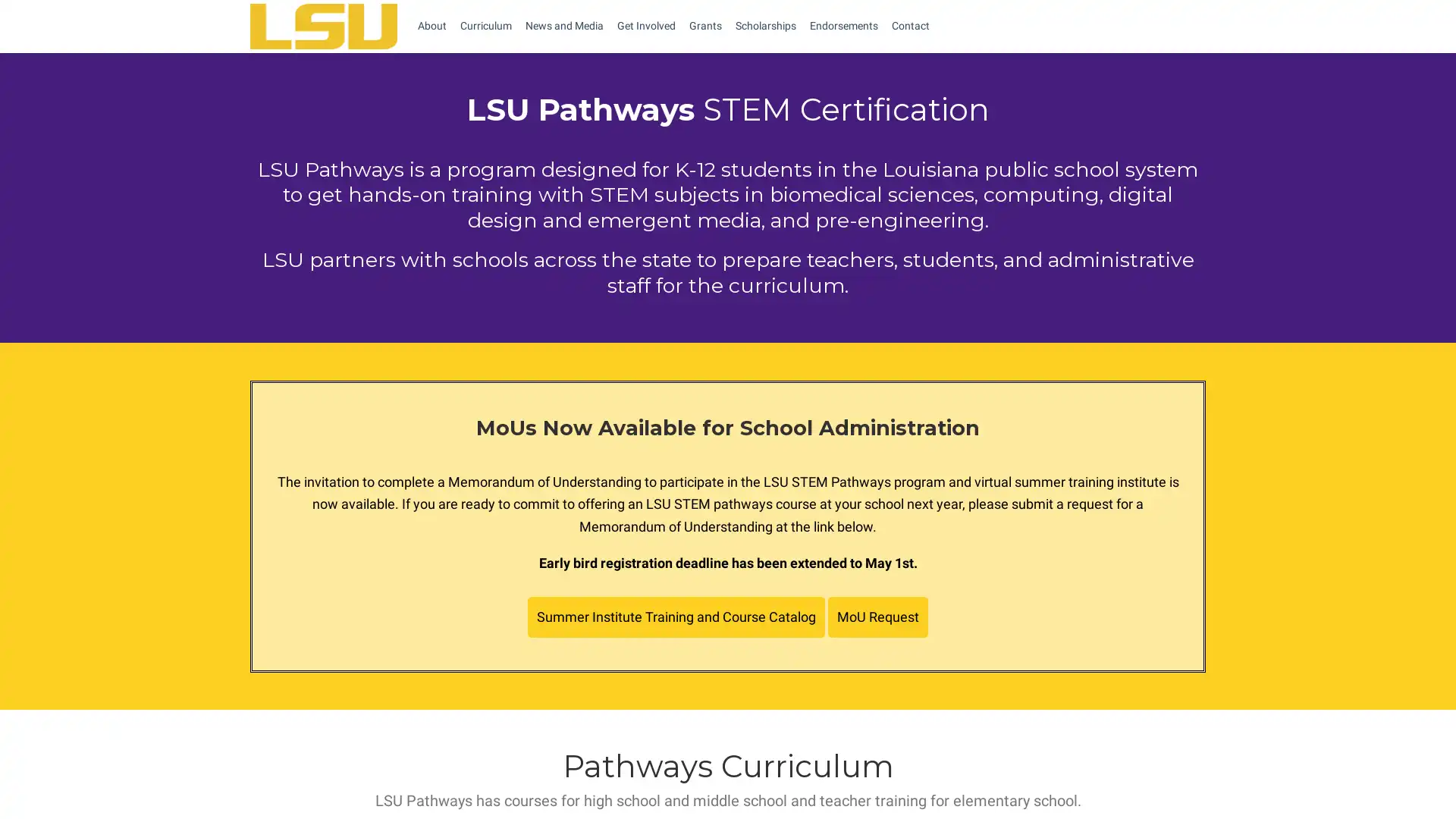 Image resolution: width=1456 pixels, height=819 pixels. Describe the element at coordinates (877, 617) in the screenshot. I see `MoU Request` at that location.